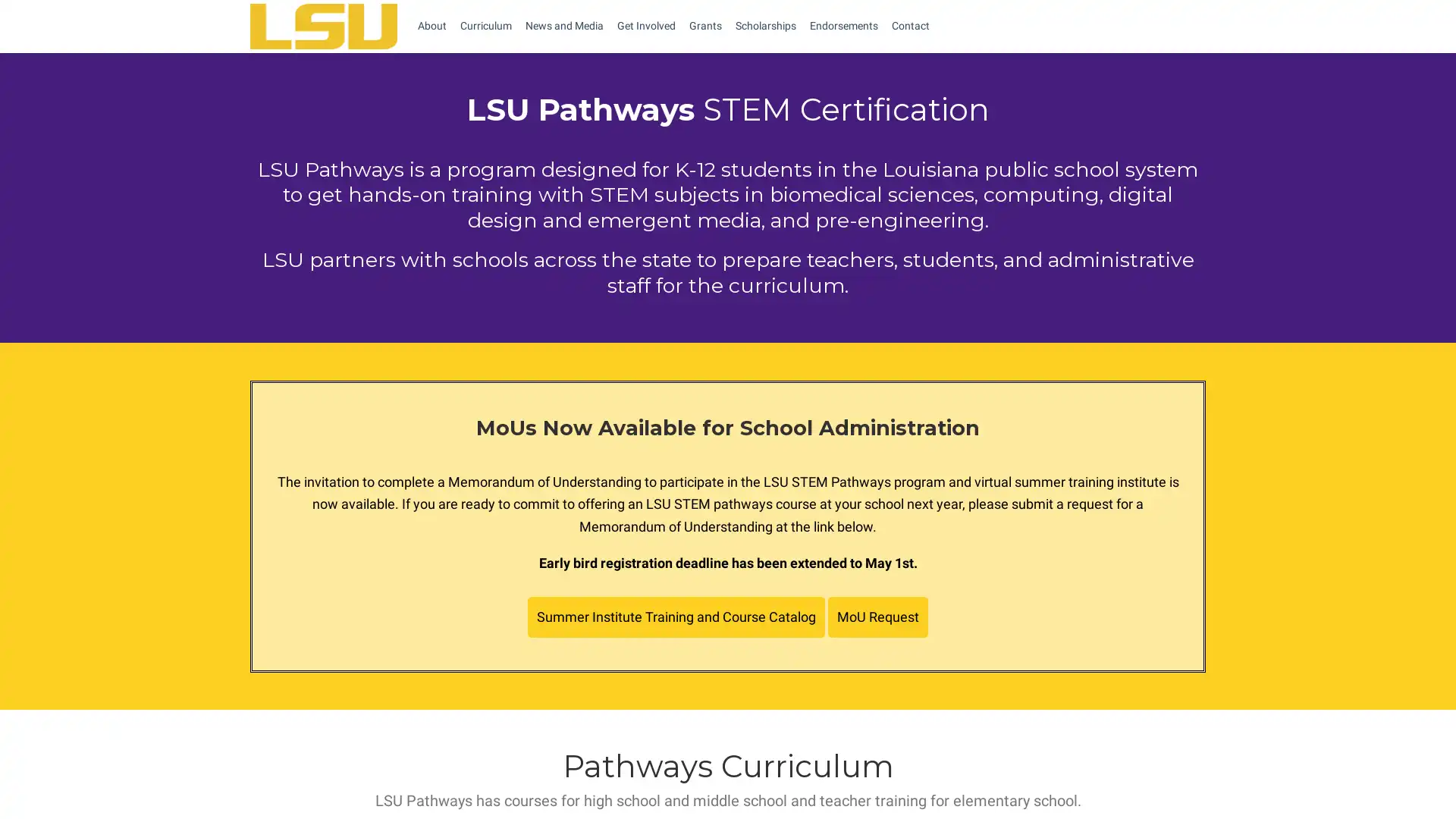 Image resolution: width=1456 pixels, height=819 pixels. Describe the element at coordinates (877, 617) in the screenshot. I see `MoU Request` at that location.